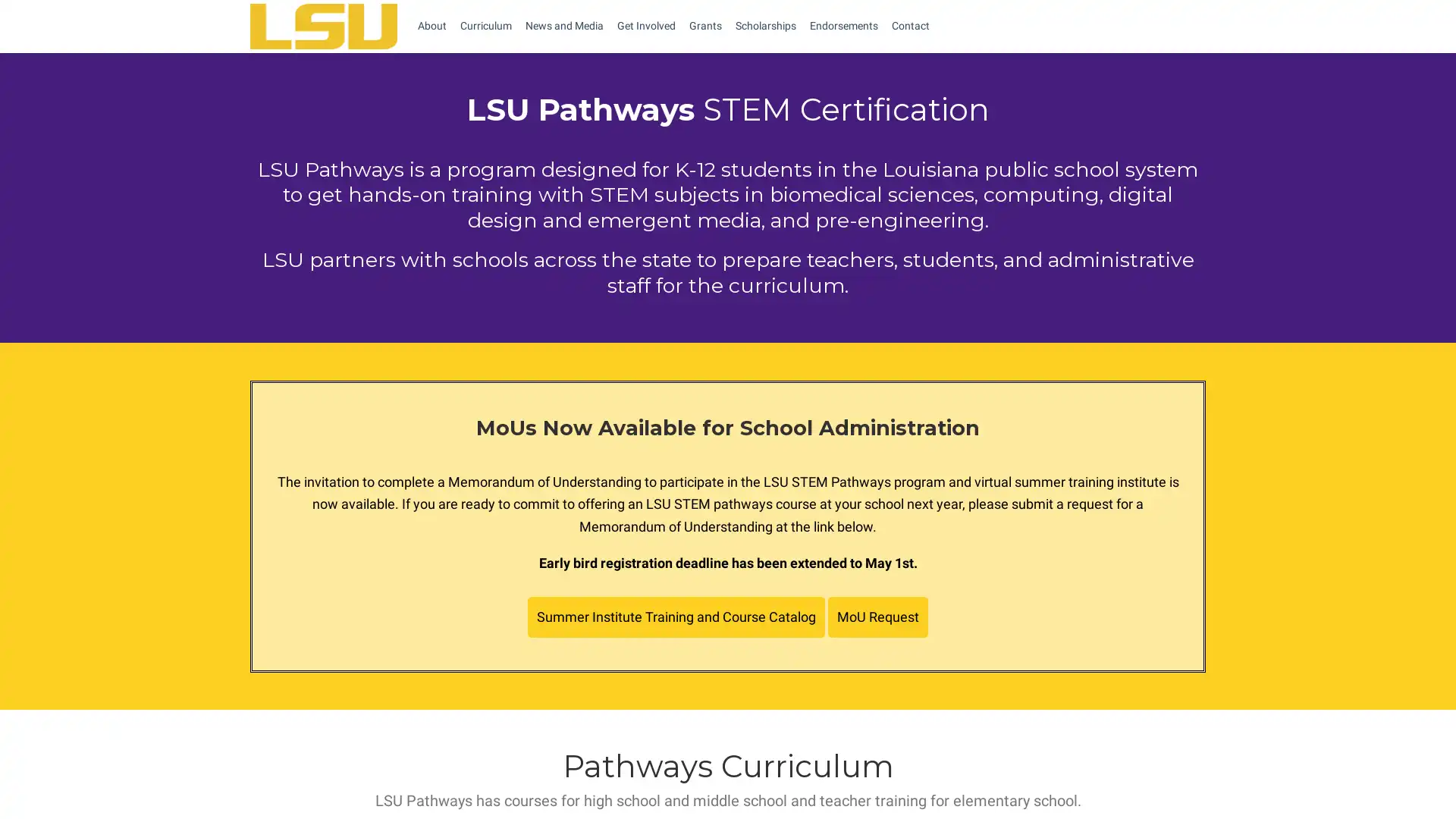 Image resolution: width=1456 pixels, height=819 pixels. Describe the element at coordinates (877, 617) in the screenshot. I see `MoU Request` at that location.